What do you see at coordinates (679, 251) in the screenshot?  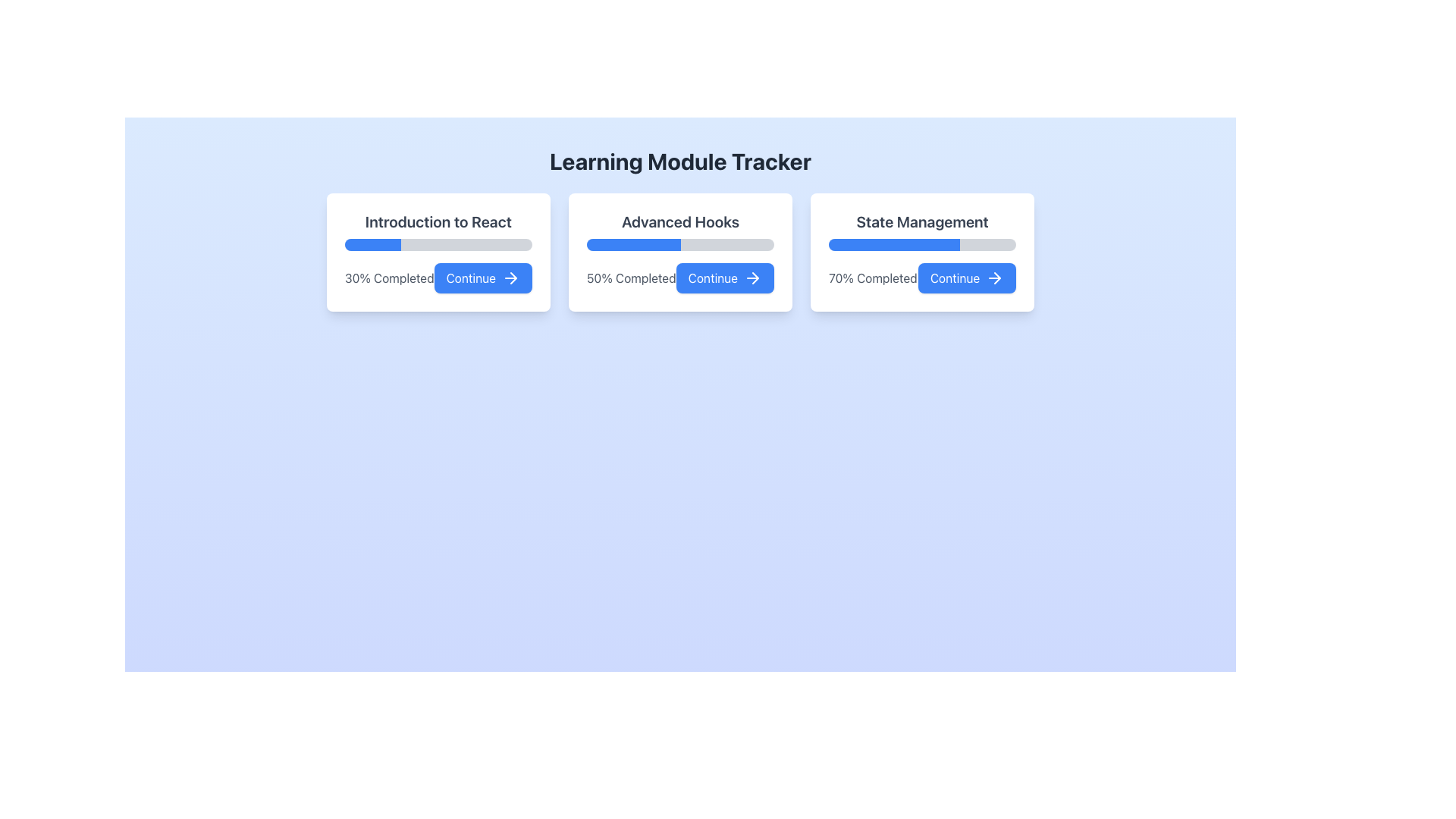 I see `the progress bar of the second informational card in the learning tracker interface for accessibility interaction` at bounding box center [679, 251].